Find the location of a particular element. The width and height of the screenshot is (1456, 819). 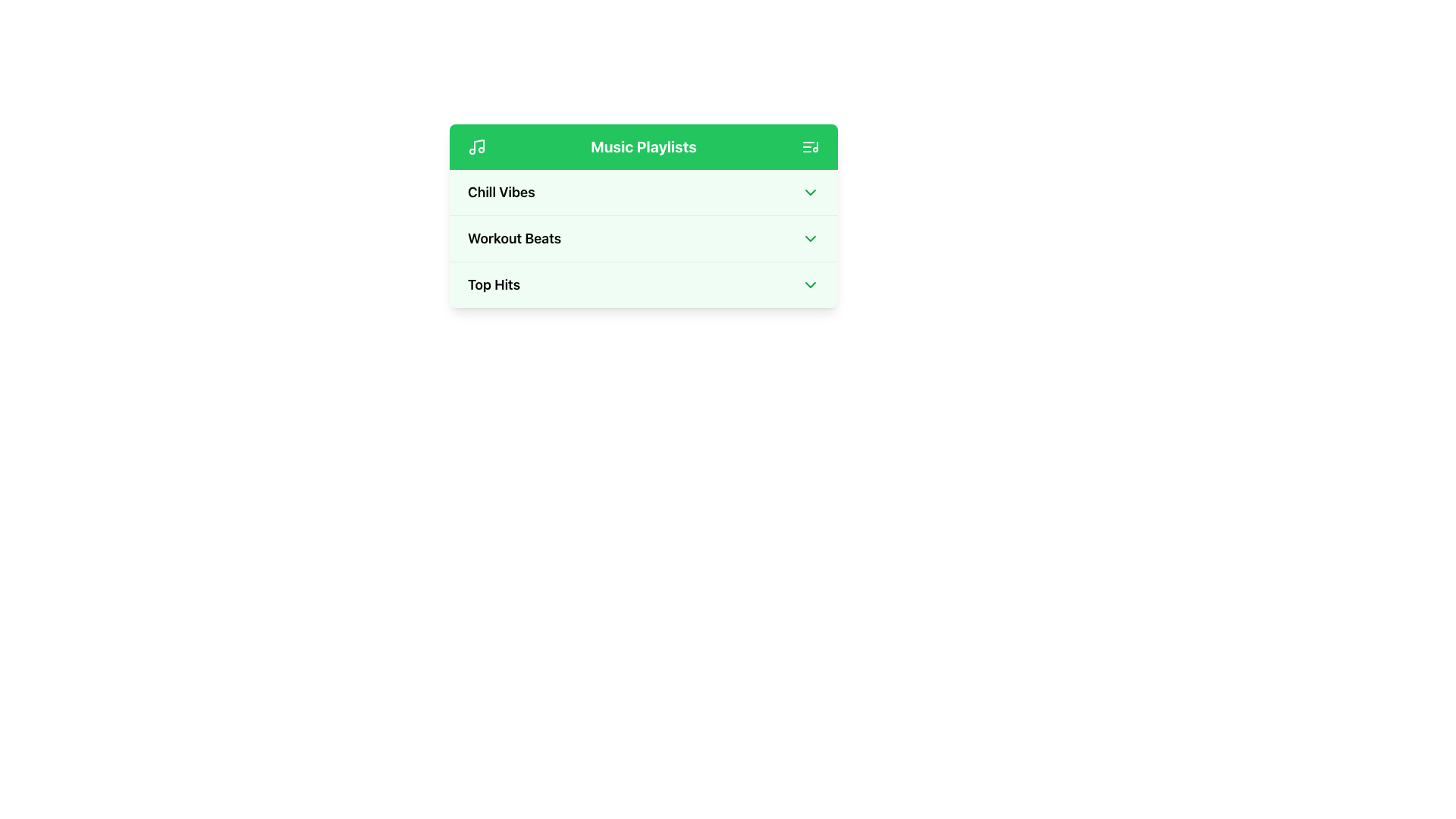

the 'Top Hits' menu item in the 'Music Playlists' is located at coordinates (644, 284).